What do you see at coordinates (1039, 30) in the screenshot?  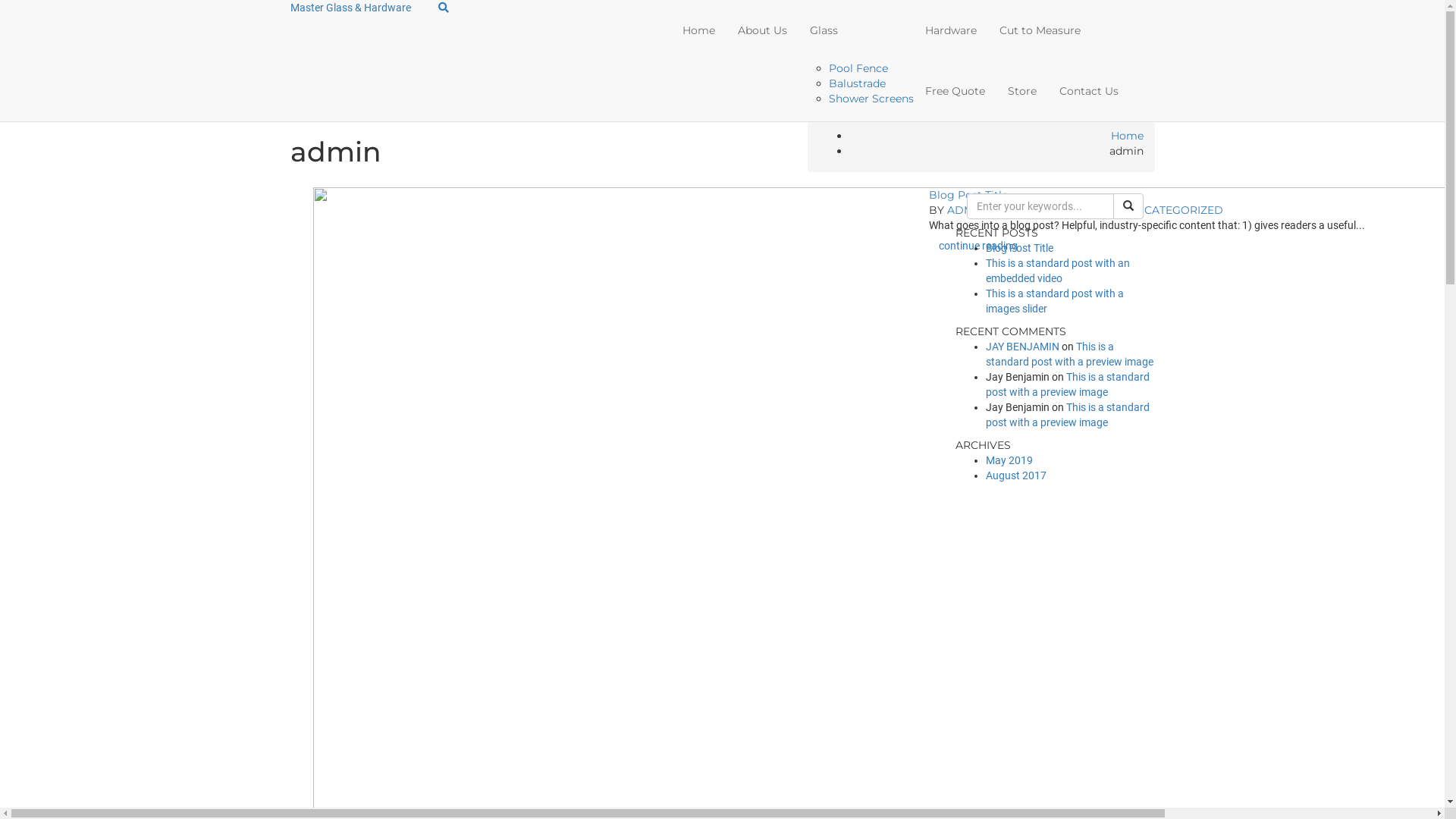 I see `'Cut to Measure'` at bounding box center [1039, 30].